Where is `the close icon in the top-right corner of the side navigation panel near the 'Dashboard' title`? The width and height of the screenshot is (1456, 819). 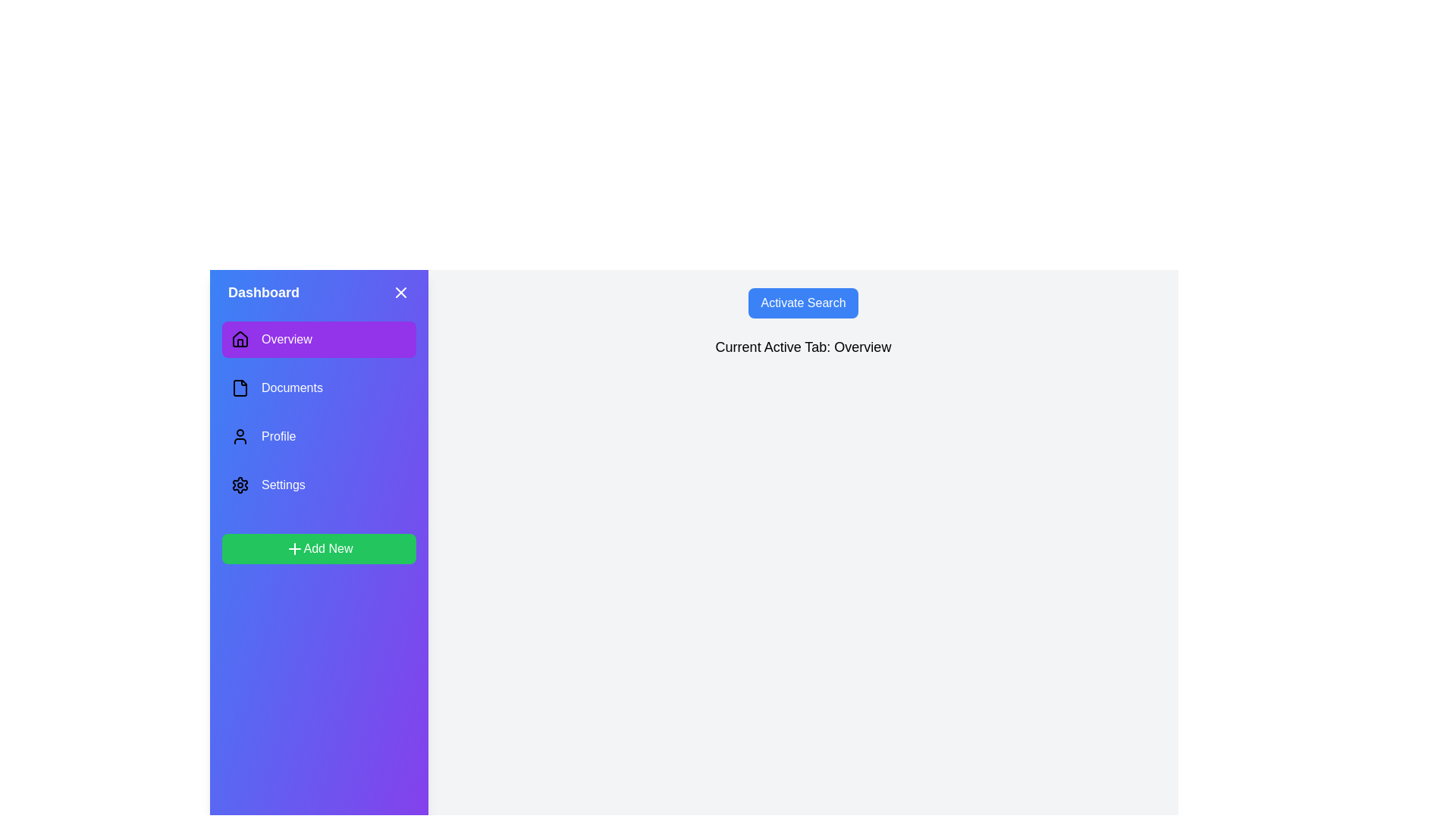 the close icon in the top-right corner of the side navigation panel near the 'Dashboard' title is located at coordinates (400, 292).